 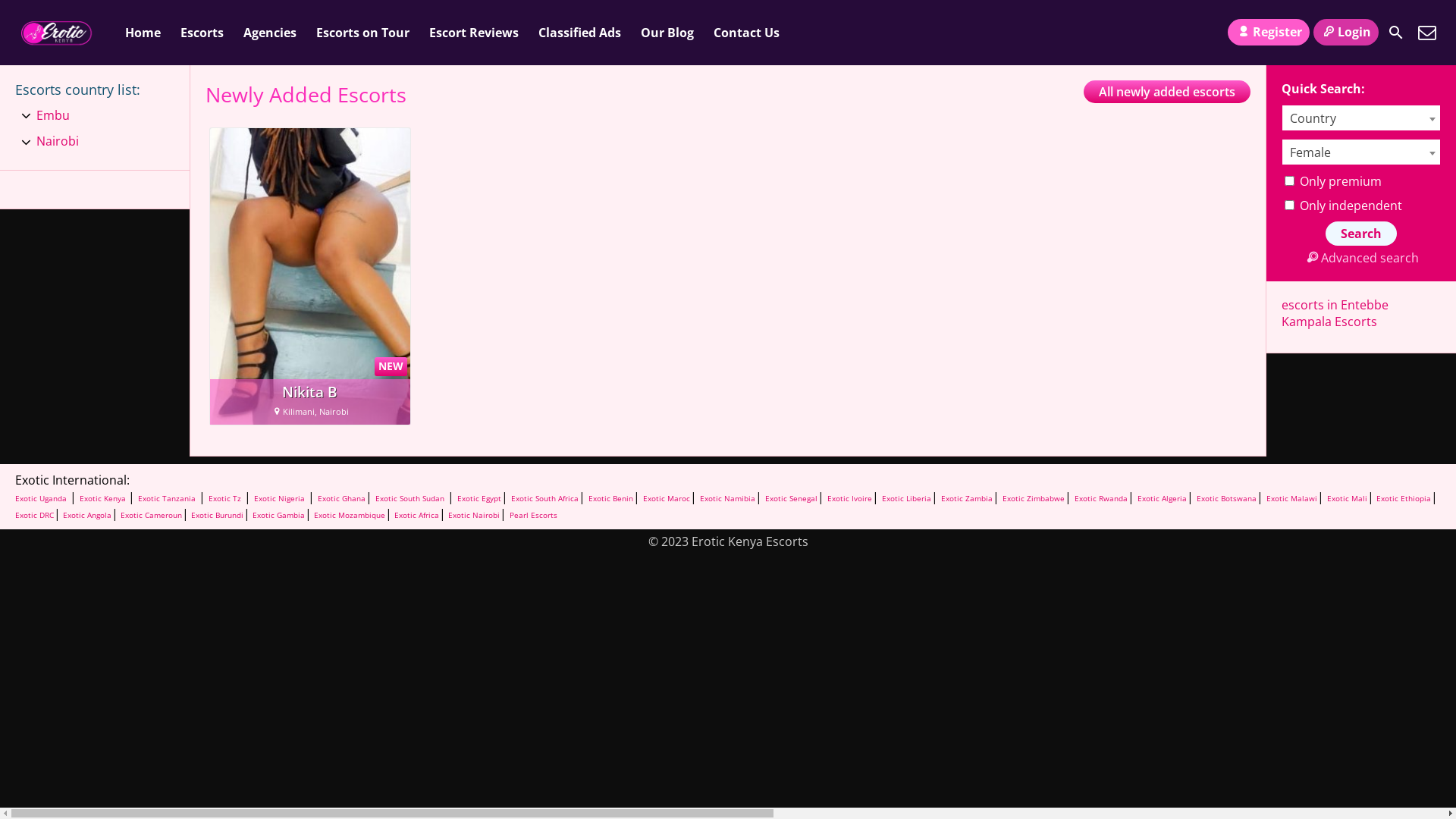 What do you see at coordinates (1101, 497) in the screenshot?
I see `'Exotic Rwanda'` at bounding box center [1101, 497].